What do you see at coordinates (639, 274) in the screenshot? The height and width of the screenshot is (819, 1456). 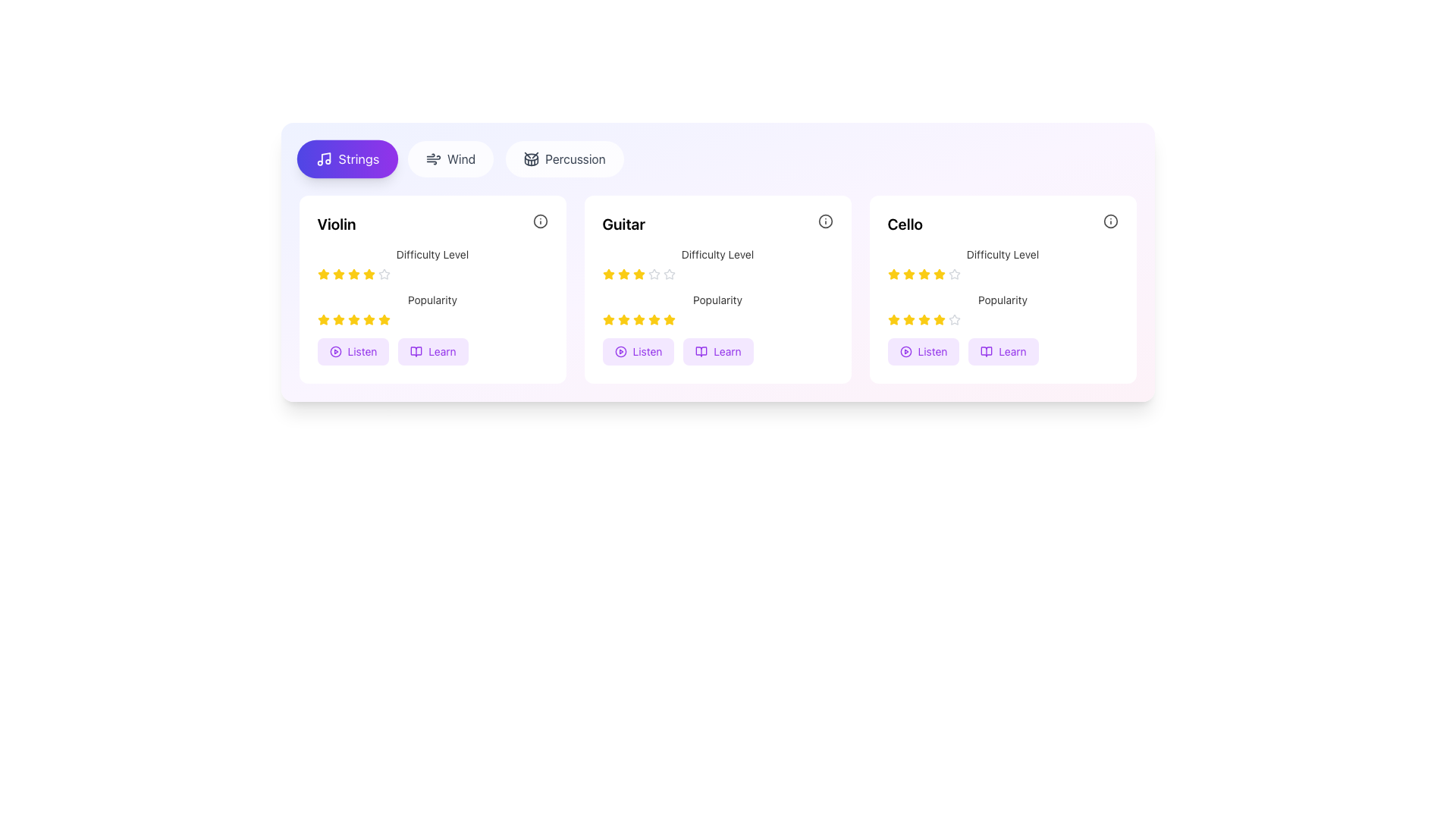 I see `the third star icon in the five-star rating system under the 'Difficulty Level' indicator in the 'Guitar' section` at bounding box center [639, 274].